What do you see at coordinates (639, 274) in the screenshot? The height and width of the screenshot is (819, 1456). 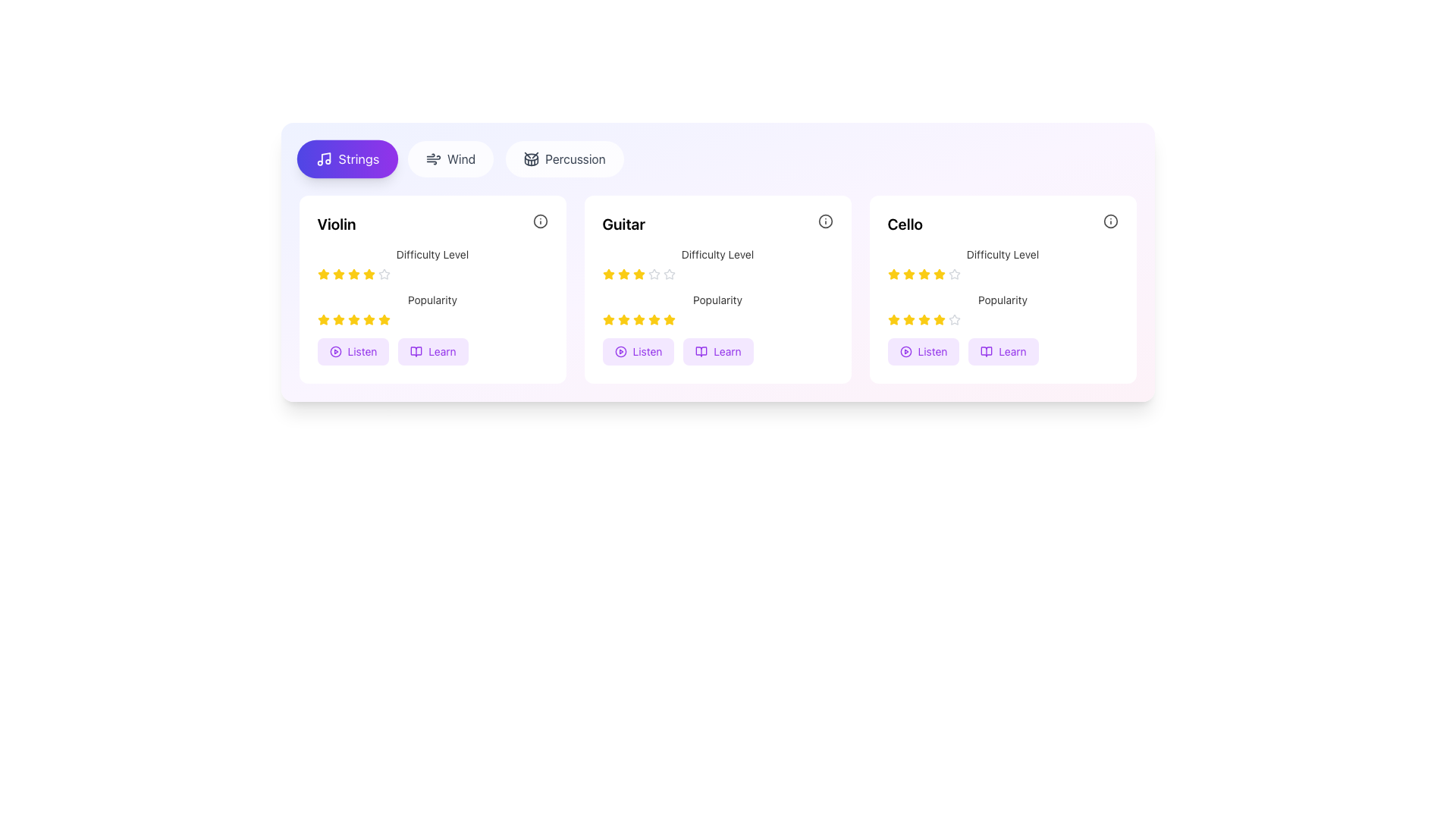 I see `the third star icon in the five-star rating system under the 'Difficulty Level' indicator in the 'Guitar' section` at bounding box center [639, 274].